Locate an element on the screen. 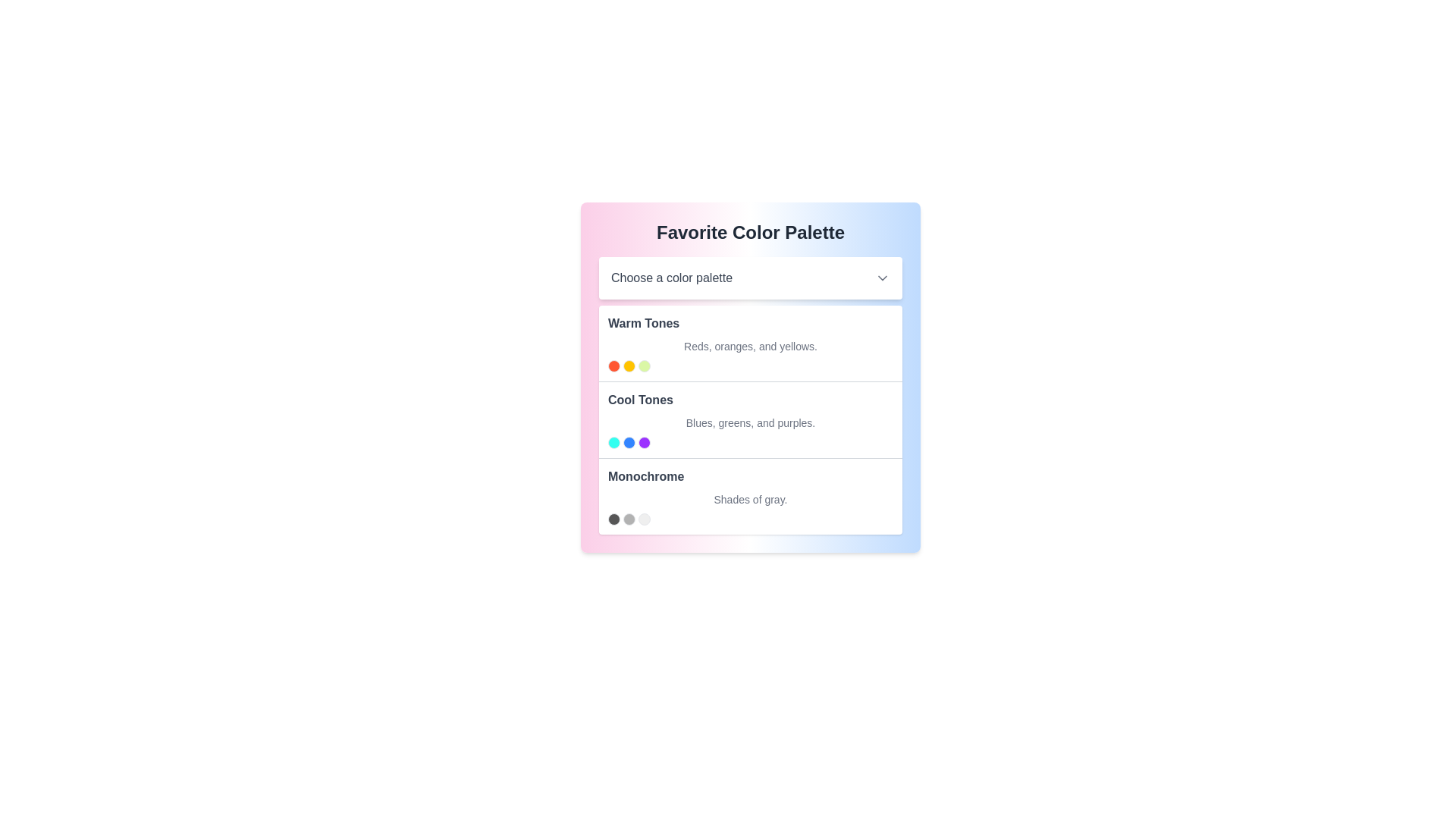 The height and width of the screenshot is (819, 1456). the second circular button in the 'Cool Tones' section is located at coordinates (629, 442).